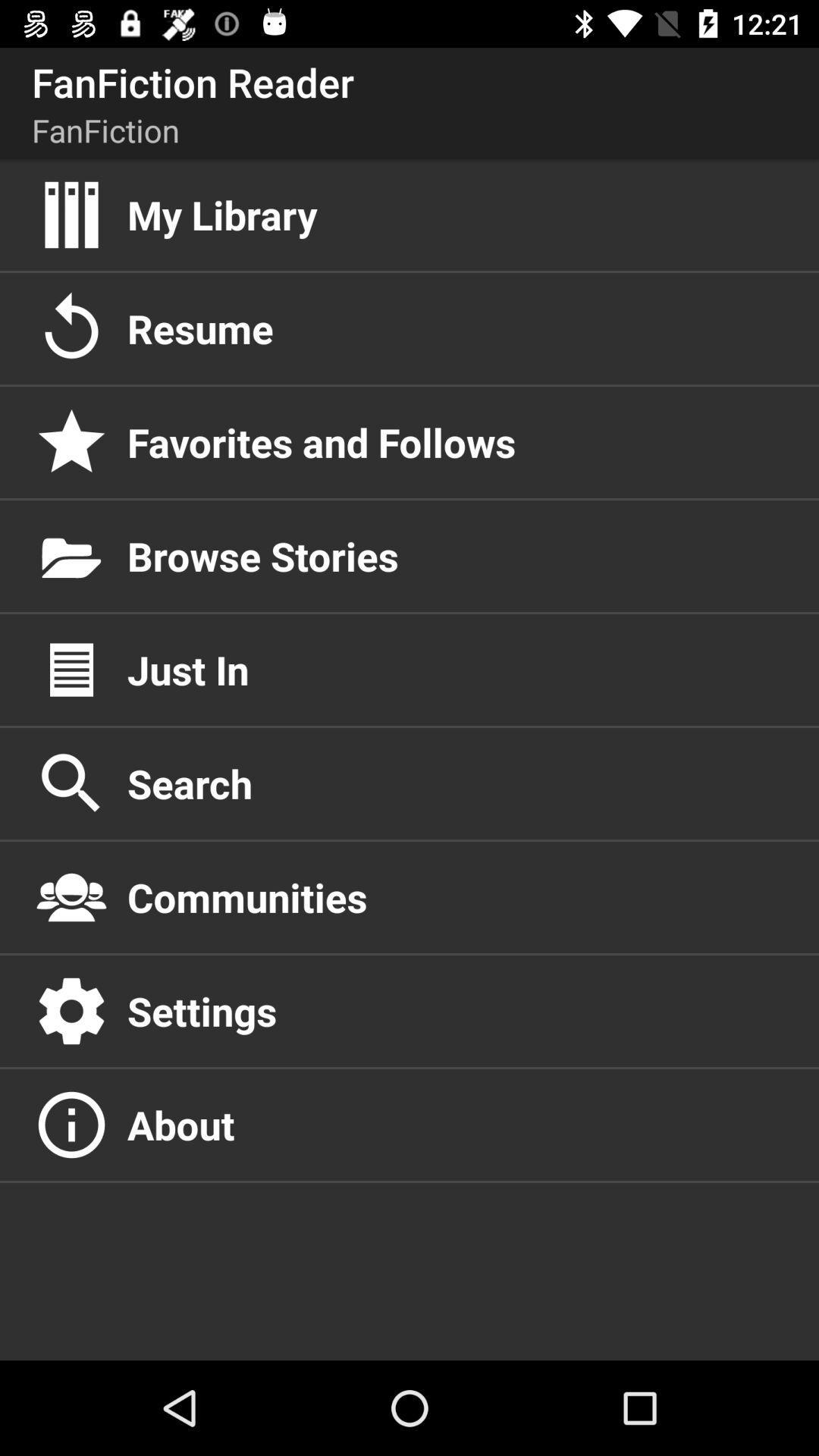 The height and width of the screenshot is (1456, 819). I want to click on the browse stories item, so click(456, 555).